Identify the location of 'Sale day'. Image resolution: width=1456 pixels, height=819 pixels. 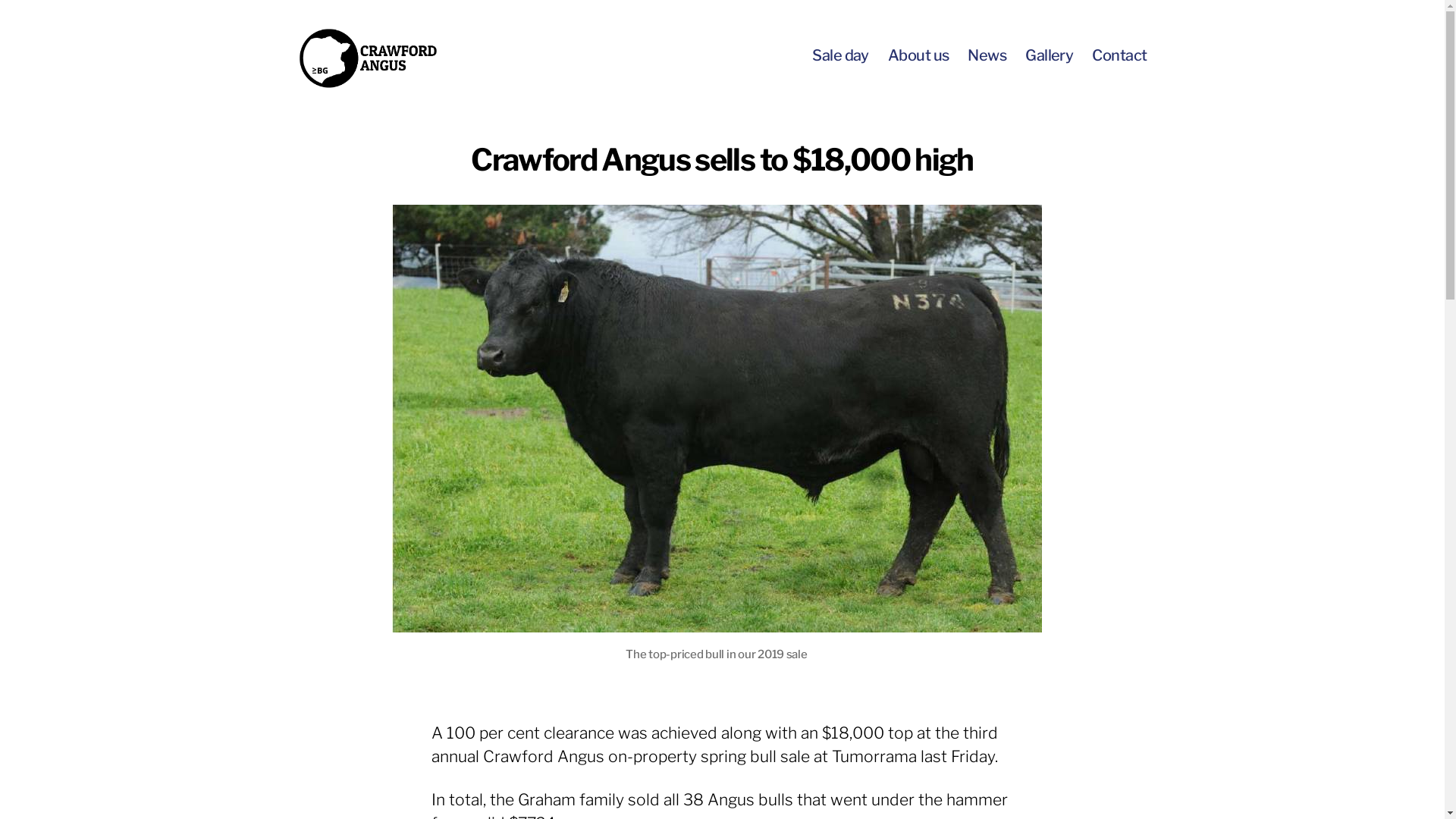
(839, 55).